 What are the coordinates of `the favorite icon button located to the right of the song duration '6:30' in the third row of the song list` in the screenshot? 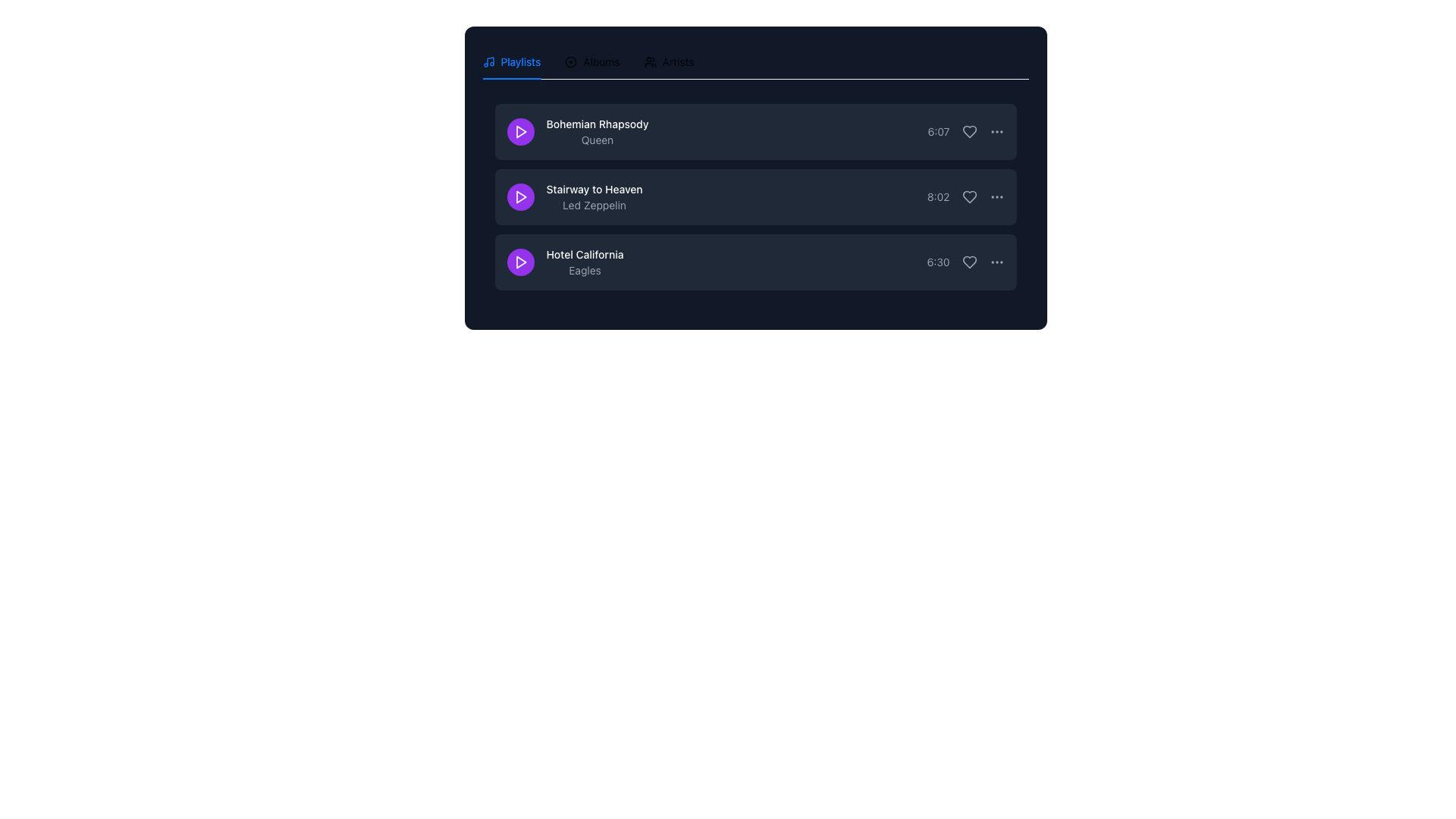 It's located at (968, 262).